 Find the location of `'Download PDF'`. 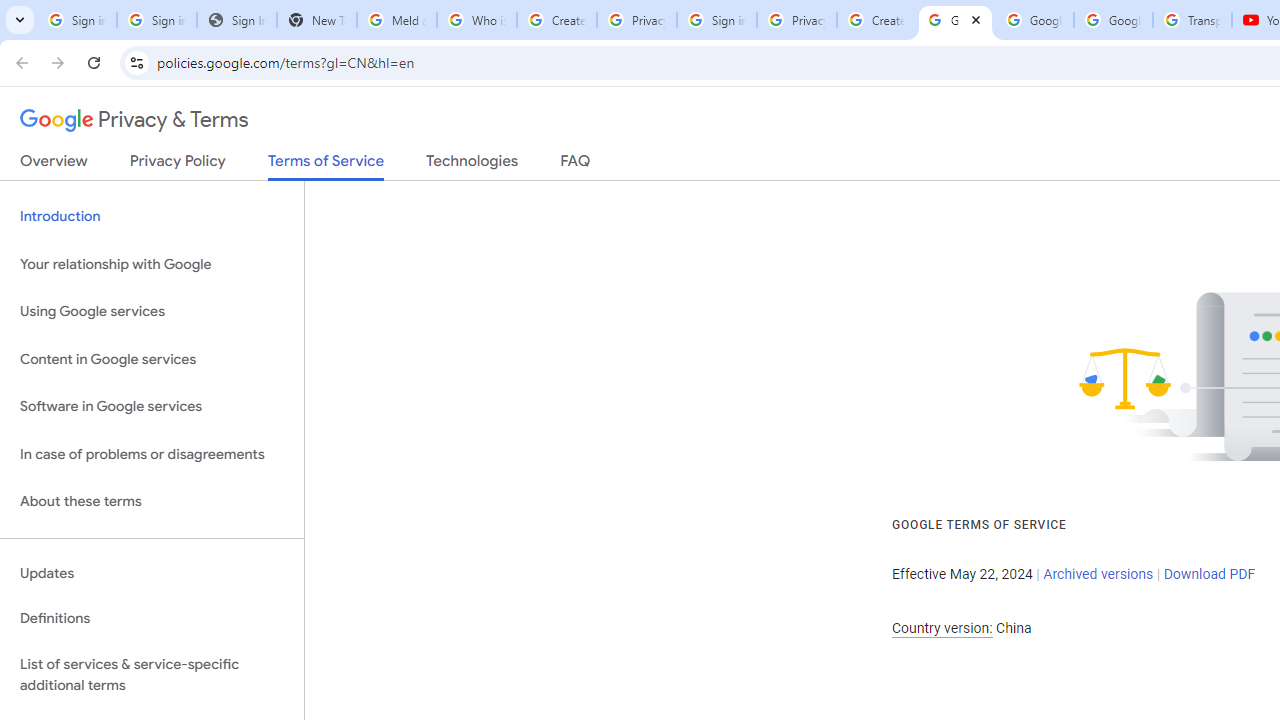

'Download PDF' is located at coordinates (1208, 574).